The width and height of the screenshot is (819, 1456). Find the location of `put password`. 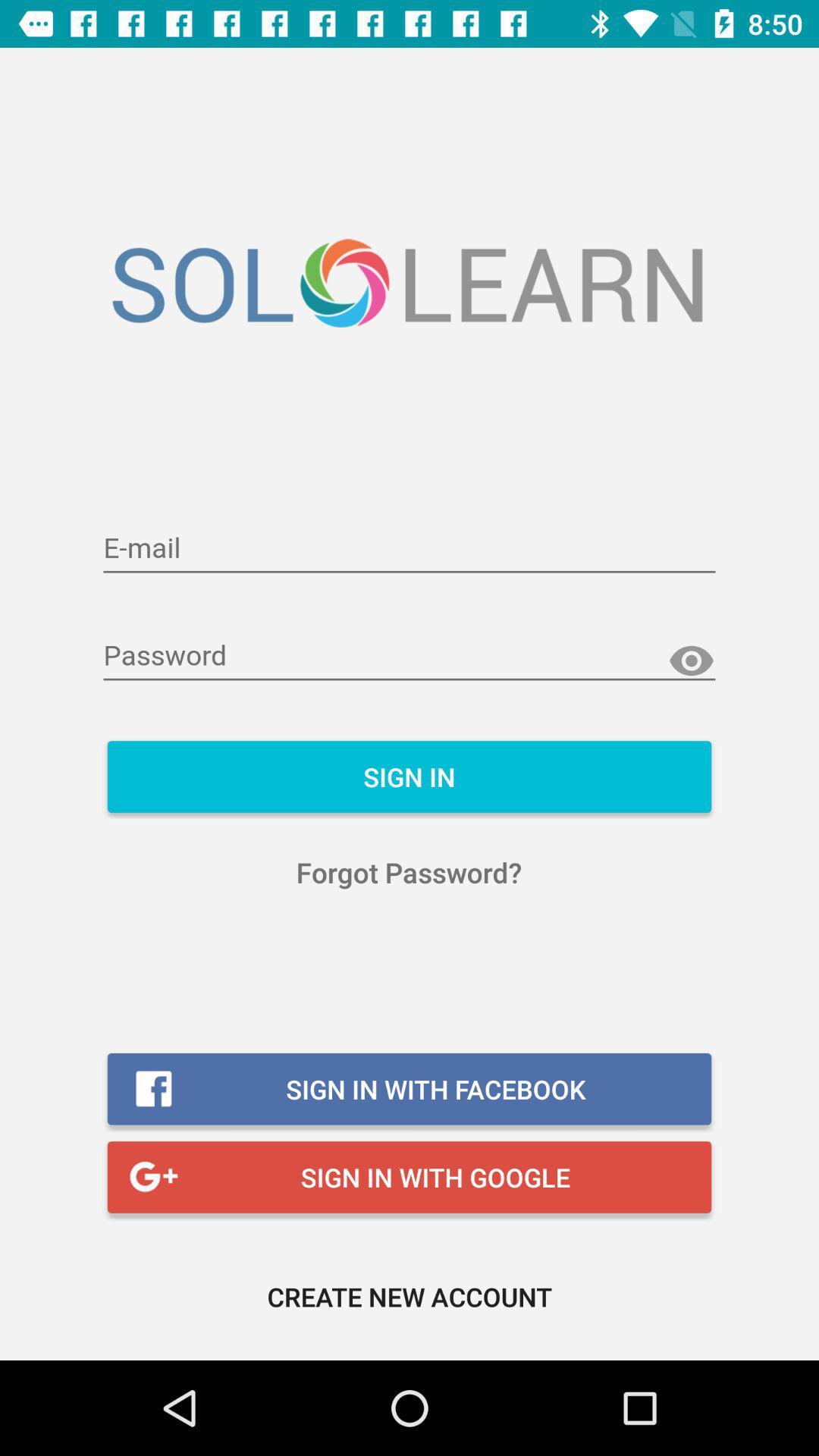

put password is located at coordinates (409, 656).